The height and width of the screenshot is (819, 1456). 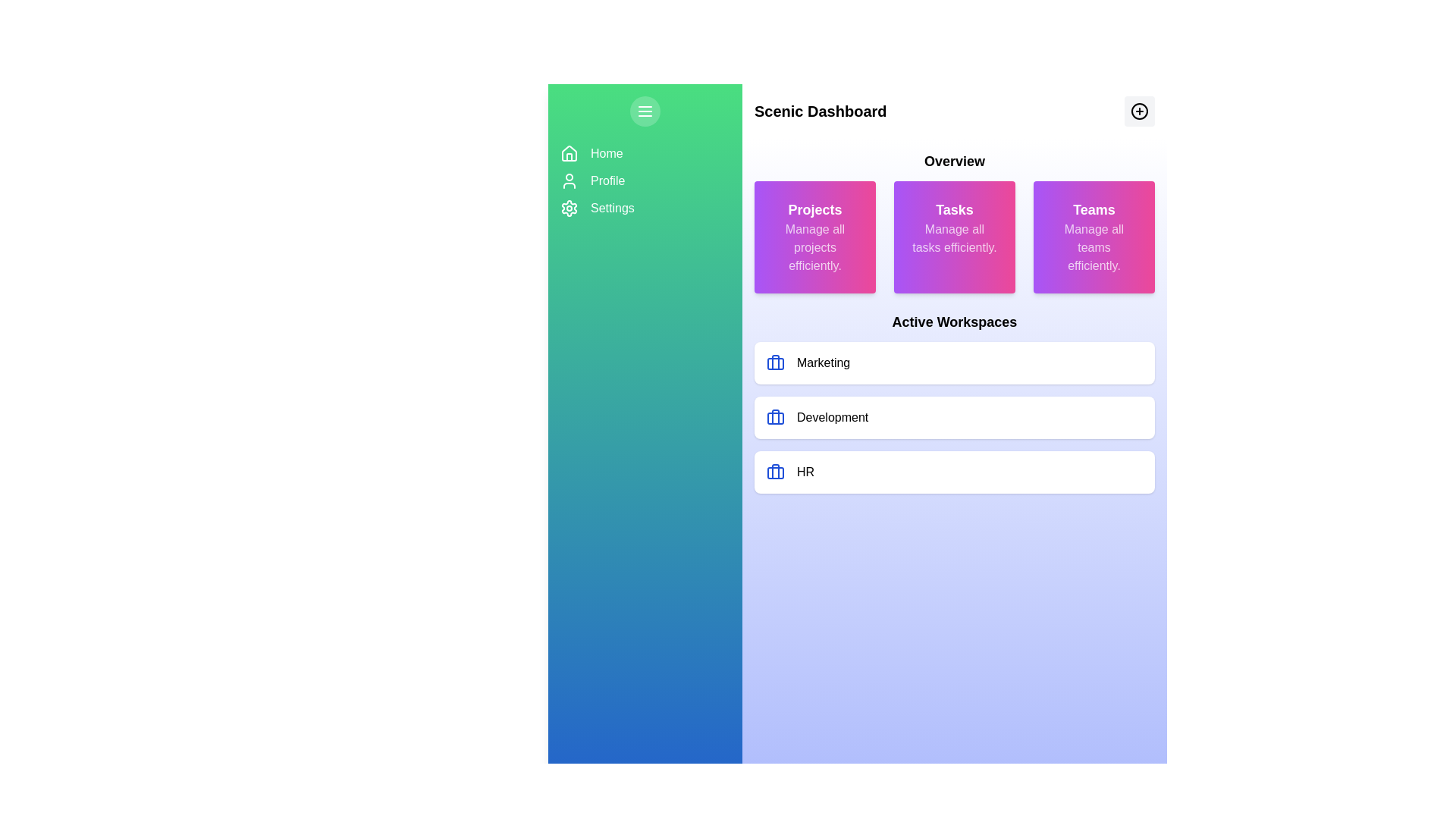 What do you see at coordinates (805, 472) in the screenshot?
I see `the 'HR' text label, which is the third element` at bounding box center [805, 472].